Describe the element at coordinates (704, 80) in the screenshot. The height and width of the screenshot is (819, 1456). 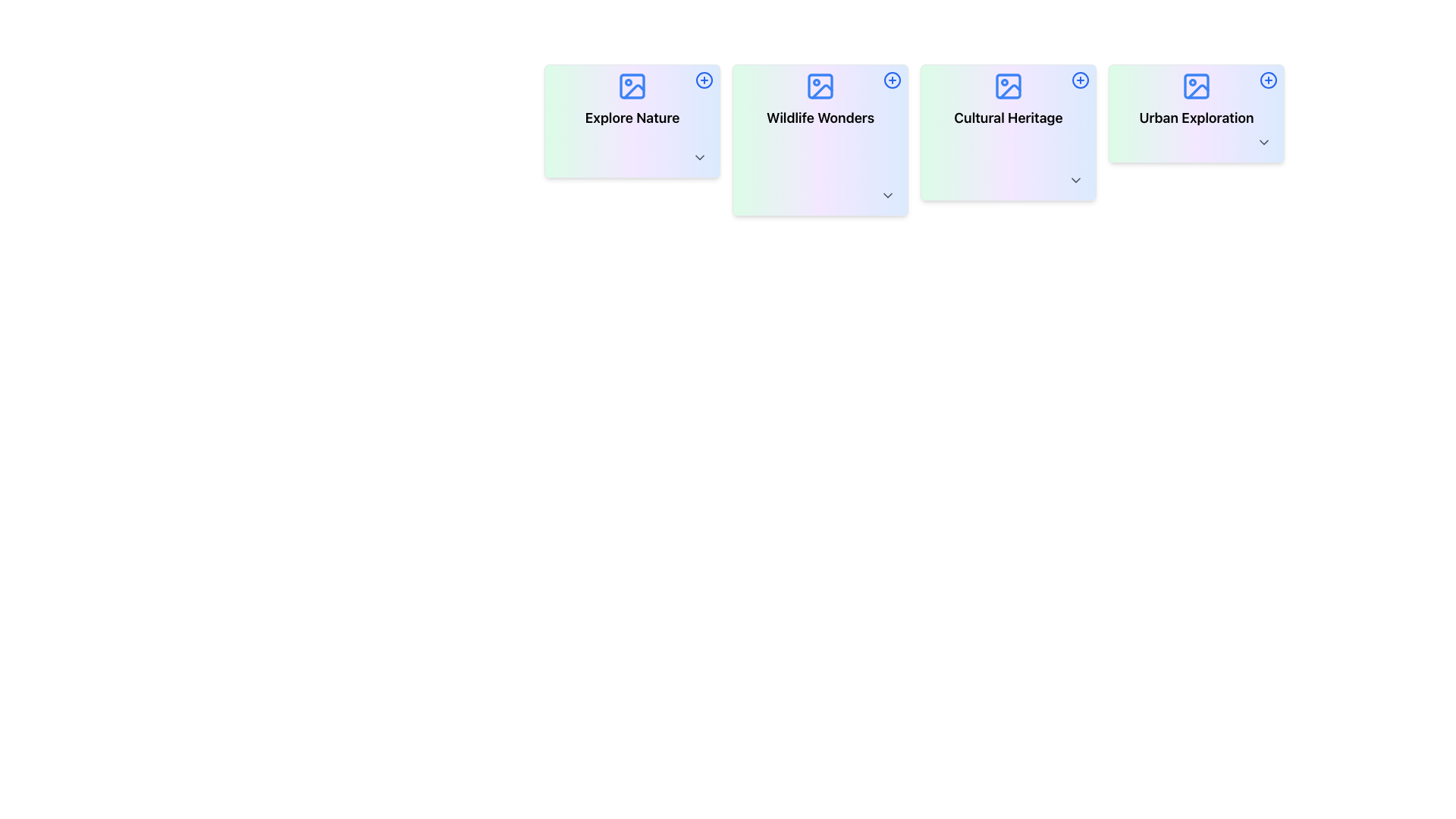
I see `the icon button located in the top-right corner of the 'Explore Nature' card` at that location.